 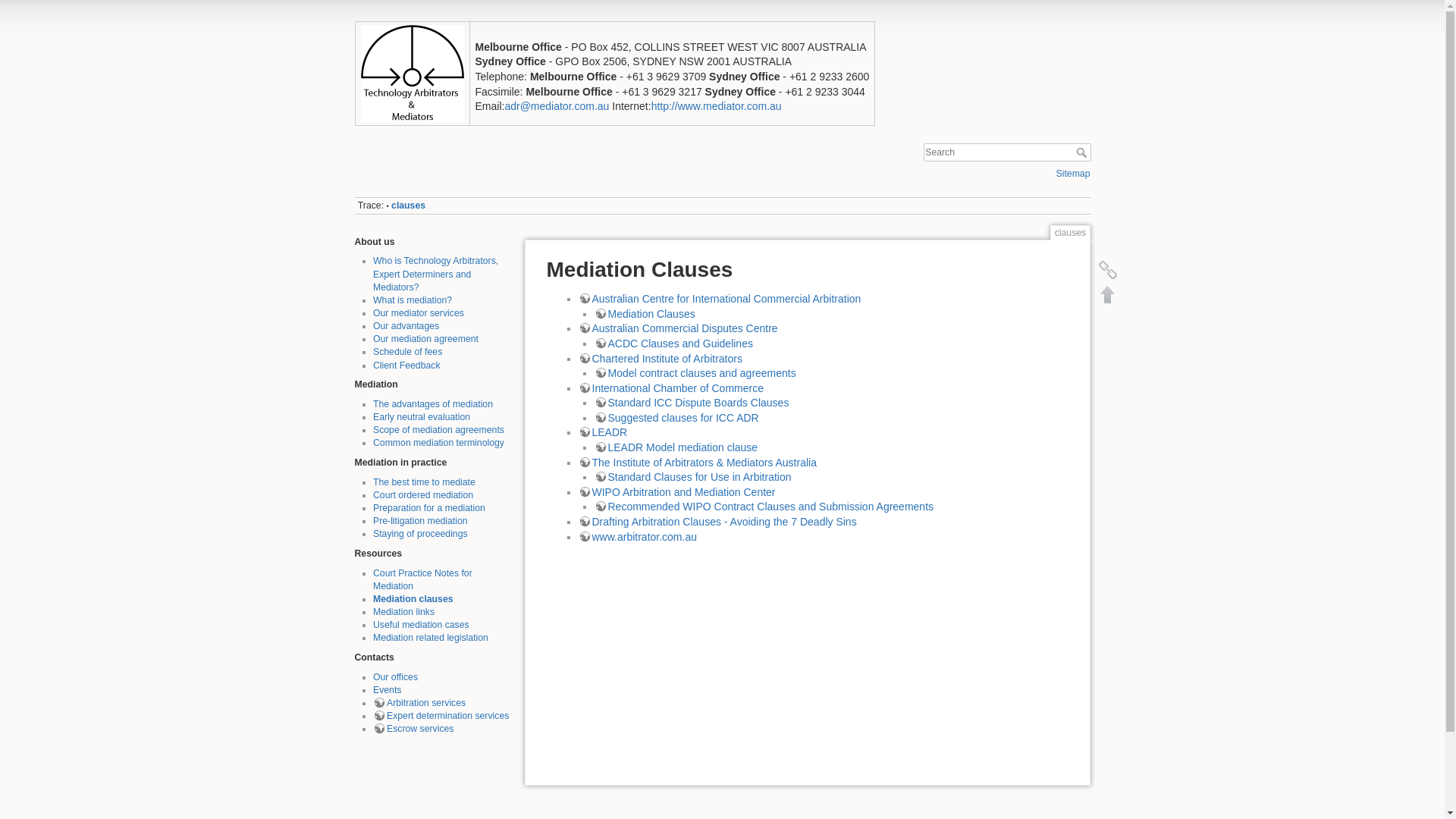 I want to click on 'www.arbitrator.com.au', so click(x=637, y=536).